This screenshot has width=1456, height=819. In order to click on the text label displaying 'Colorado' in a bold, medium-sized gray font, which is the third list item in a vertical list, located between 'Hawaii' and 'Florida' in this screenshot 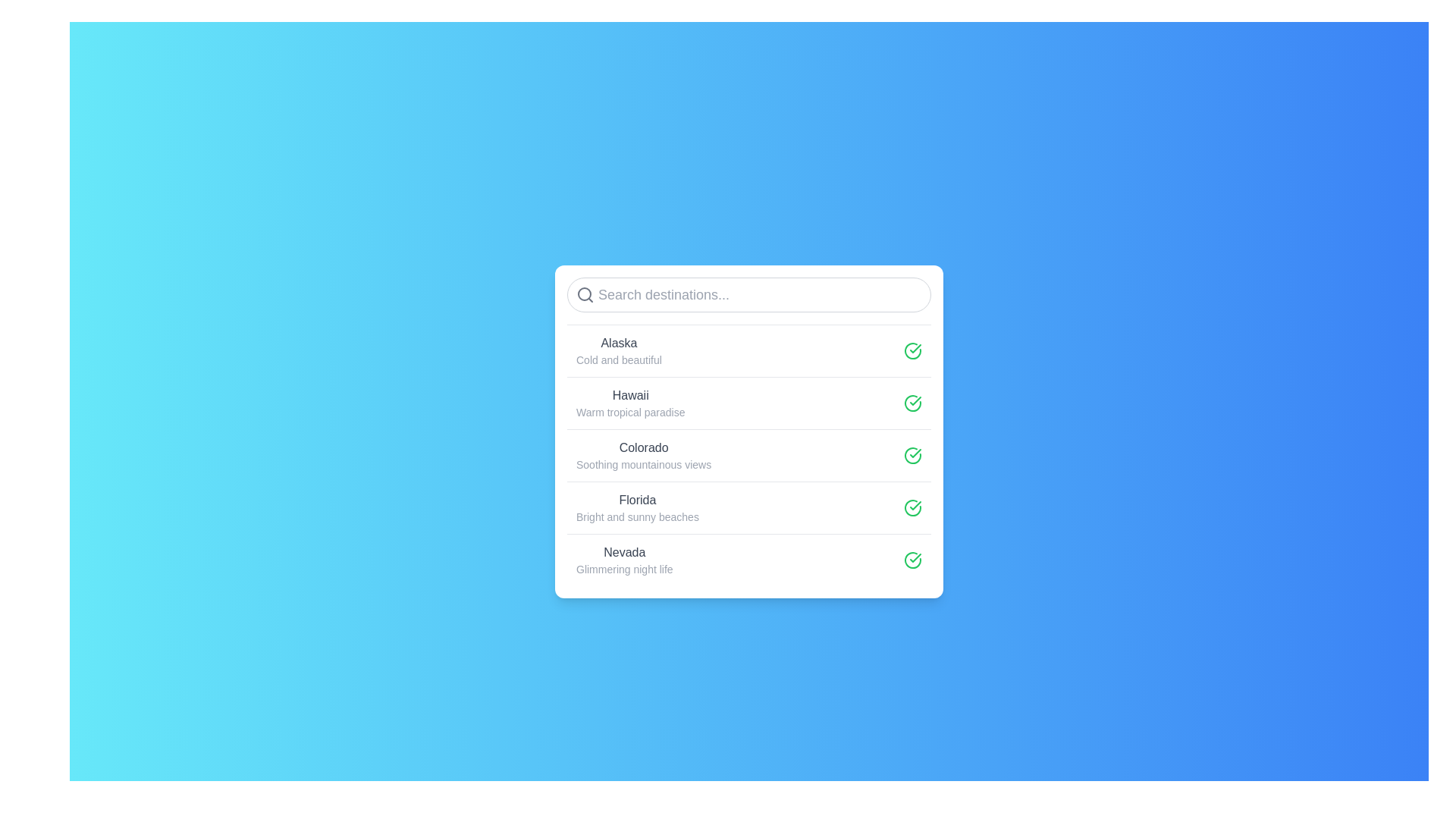, I will do `click(644, 454)`.